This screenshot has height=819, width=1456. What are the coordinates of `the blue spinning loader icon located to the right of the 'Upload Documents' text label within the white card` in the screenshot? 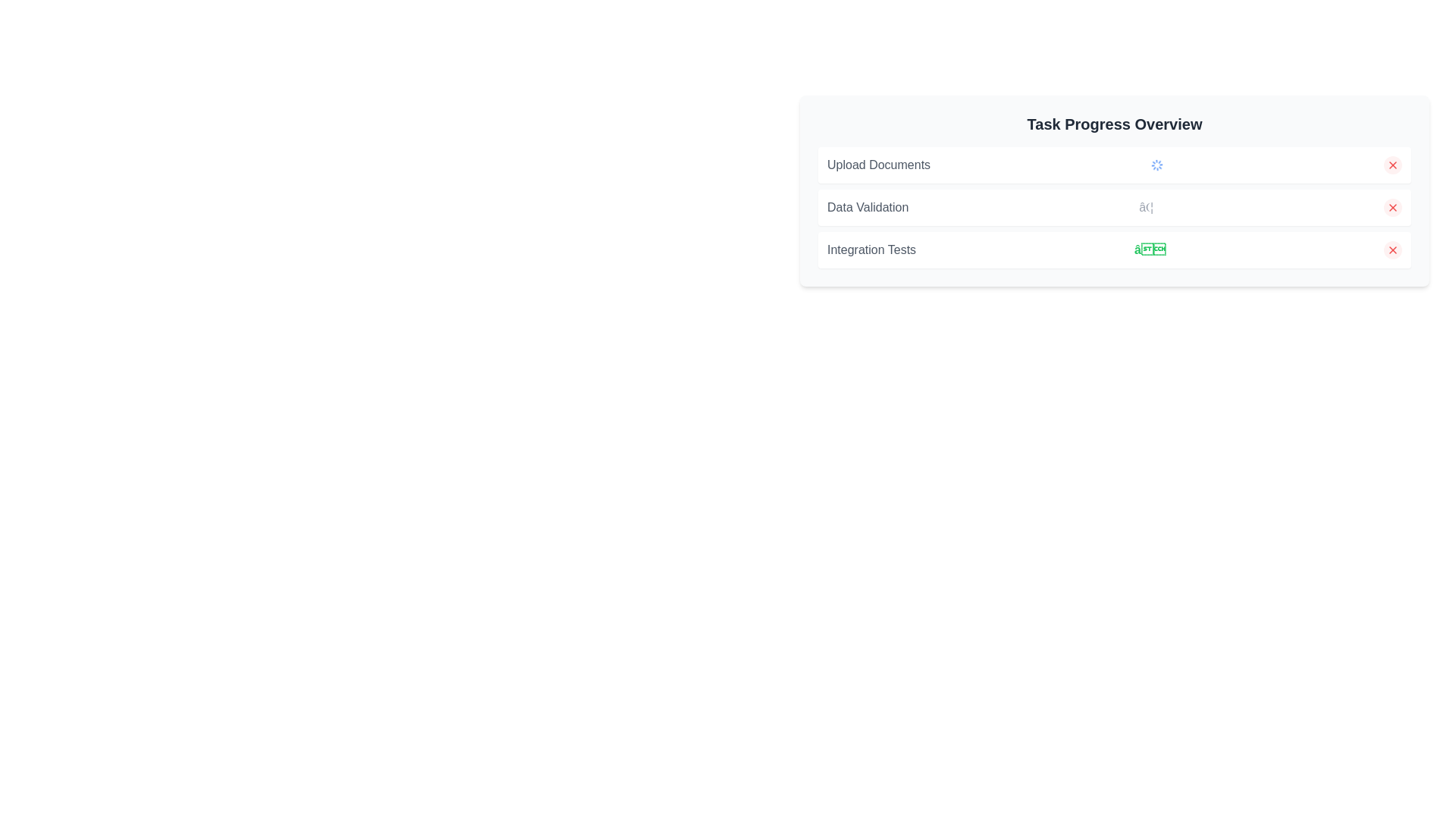 It's located at (1156, 165).